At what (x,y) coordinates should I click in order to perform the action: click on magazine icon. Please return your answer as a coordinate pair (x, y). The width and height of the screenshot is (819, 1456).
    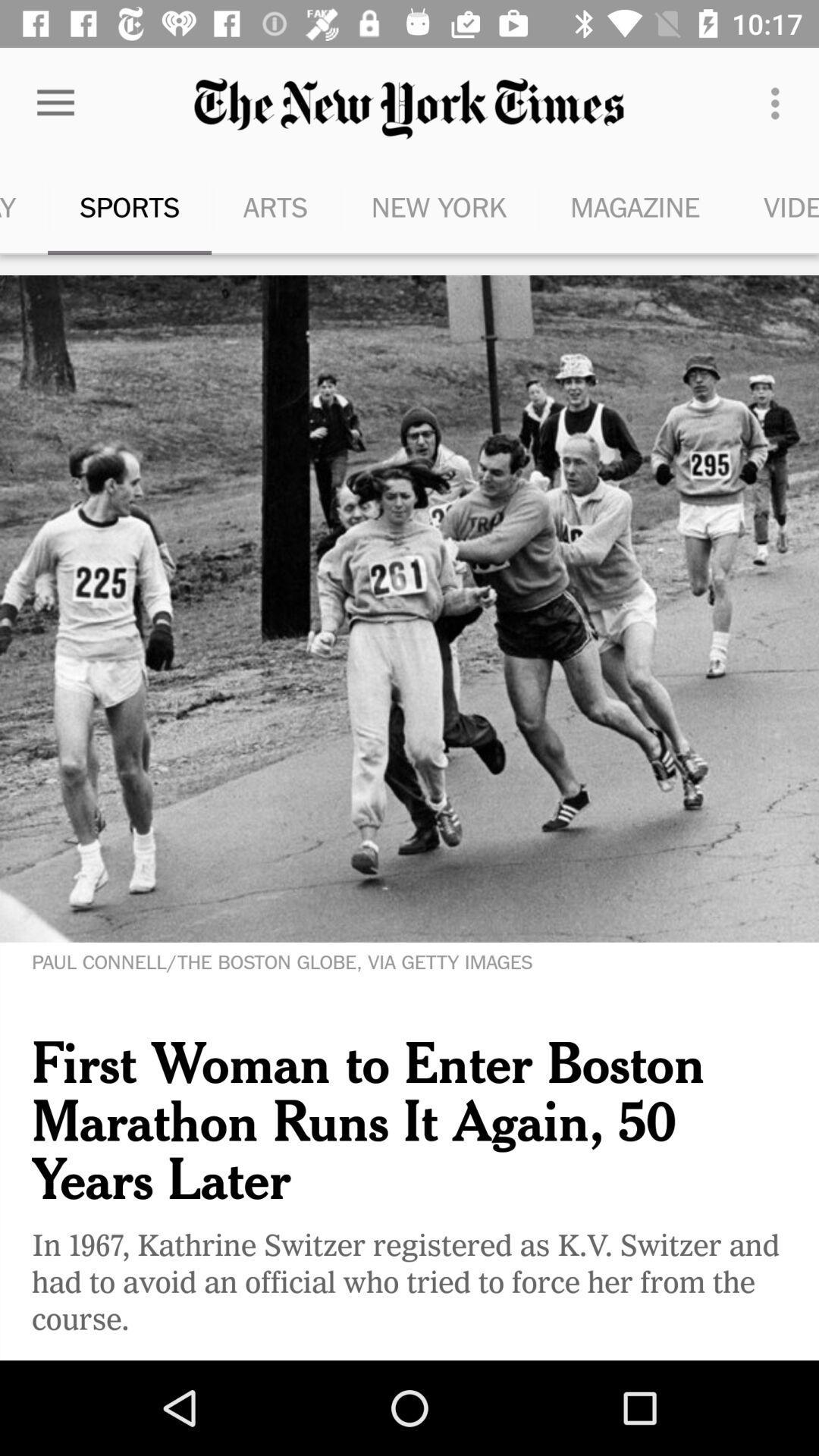
    Looking at the image, I should click on (635, 206).